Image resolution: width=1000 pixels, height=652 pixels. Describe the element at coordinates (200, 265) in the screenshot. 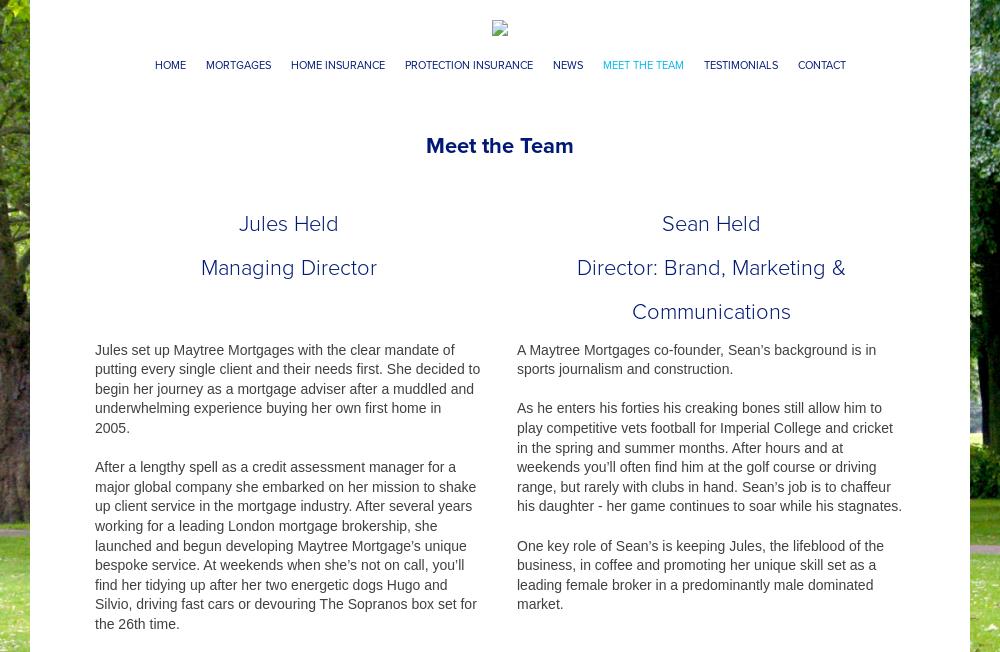

I see `'Managing Director'` at that location.